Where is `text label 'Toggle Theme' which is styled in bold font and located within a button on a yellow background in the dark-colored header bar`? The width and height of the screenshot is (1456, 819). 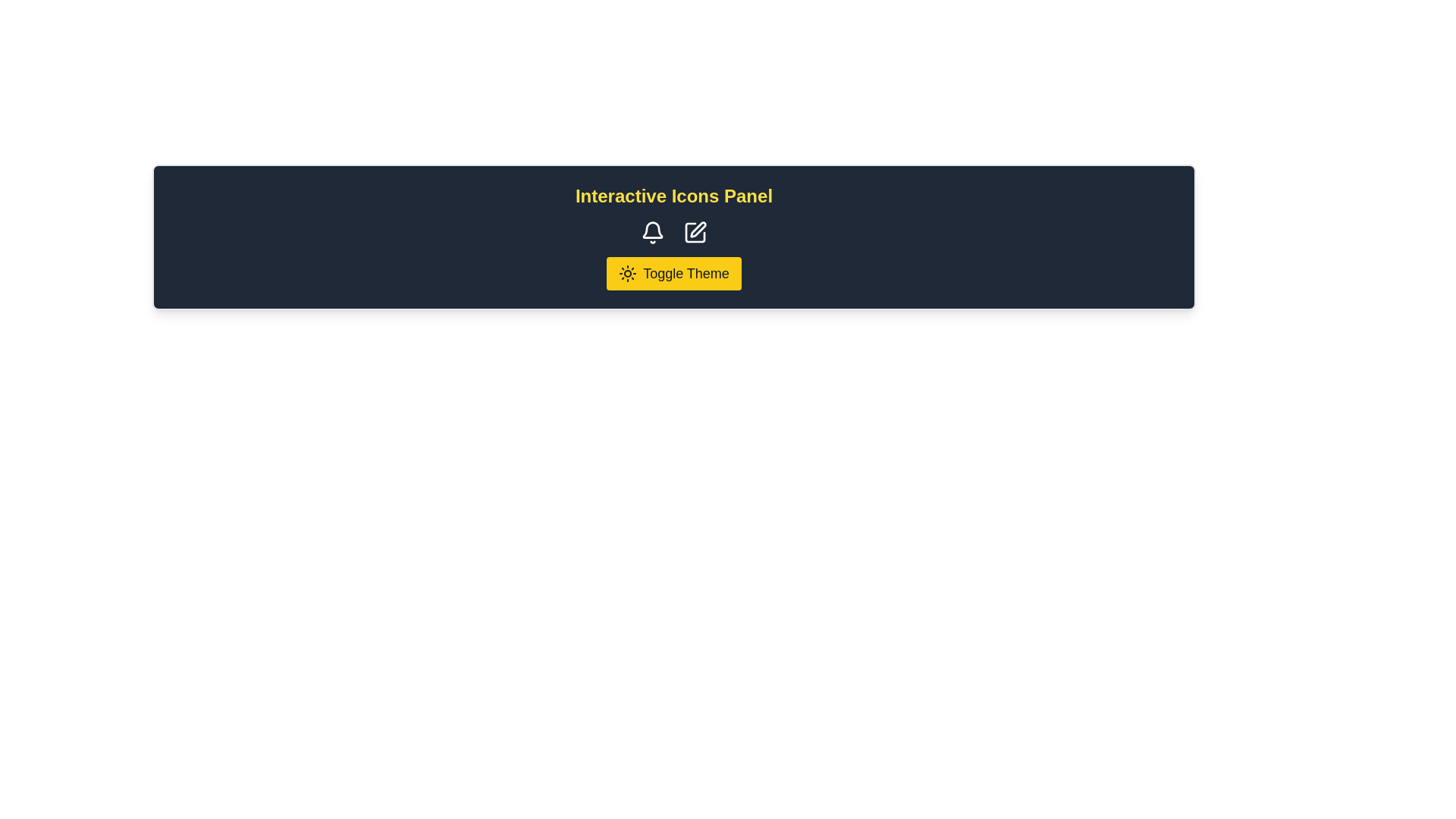 text label 'Toggle Theme' which is styled in bold font and located within a button on a yellow background in the dark-colored header bar is located at coordinates (686, 274).